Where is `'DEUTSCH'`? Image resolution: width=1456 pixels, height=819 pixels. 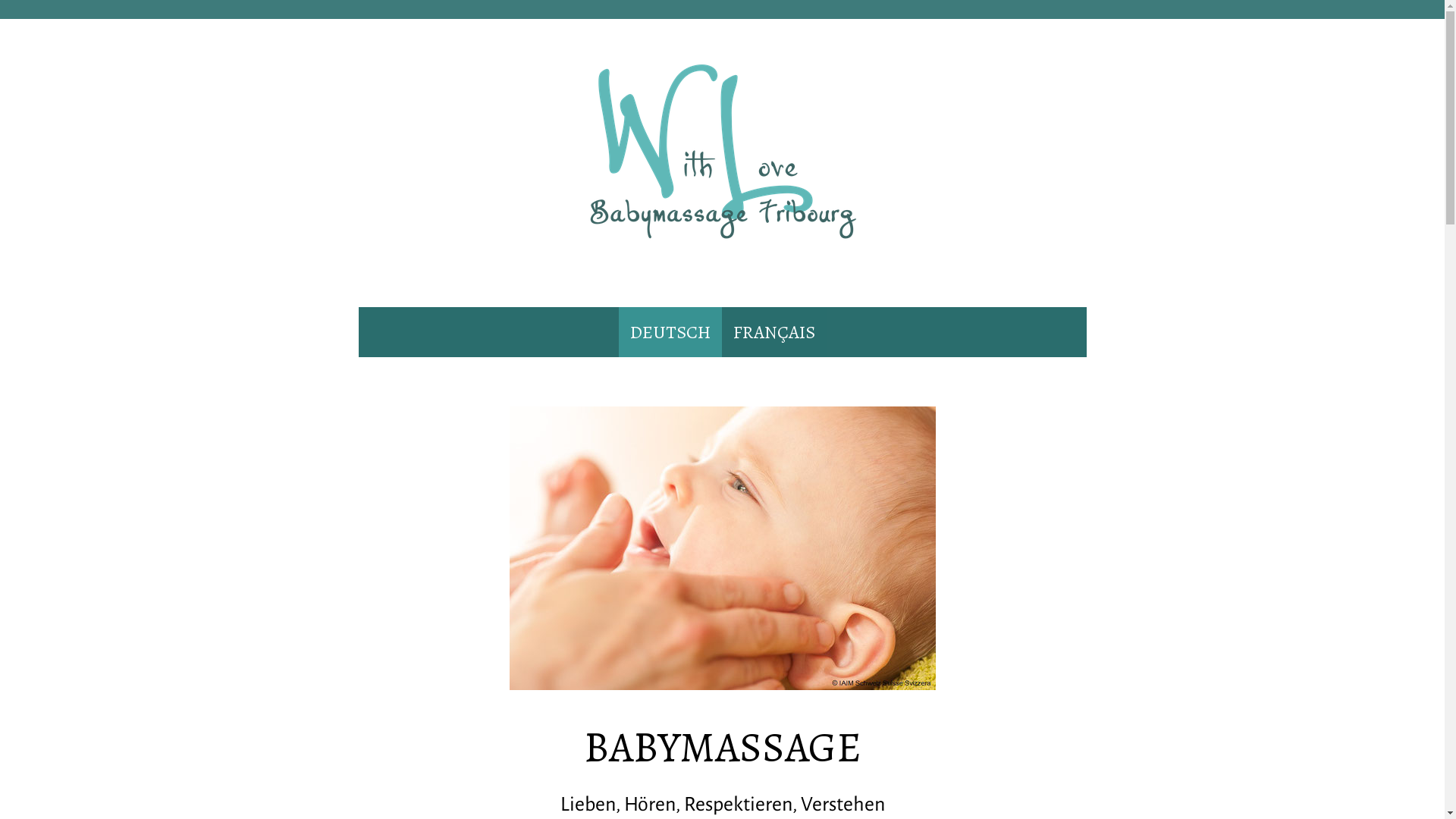 'DEUTSCH' is located at coordinates (619, 331).